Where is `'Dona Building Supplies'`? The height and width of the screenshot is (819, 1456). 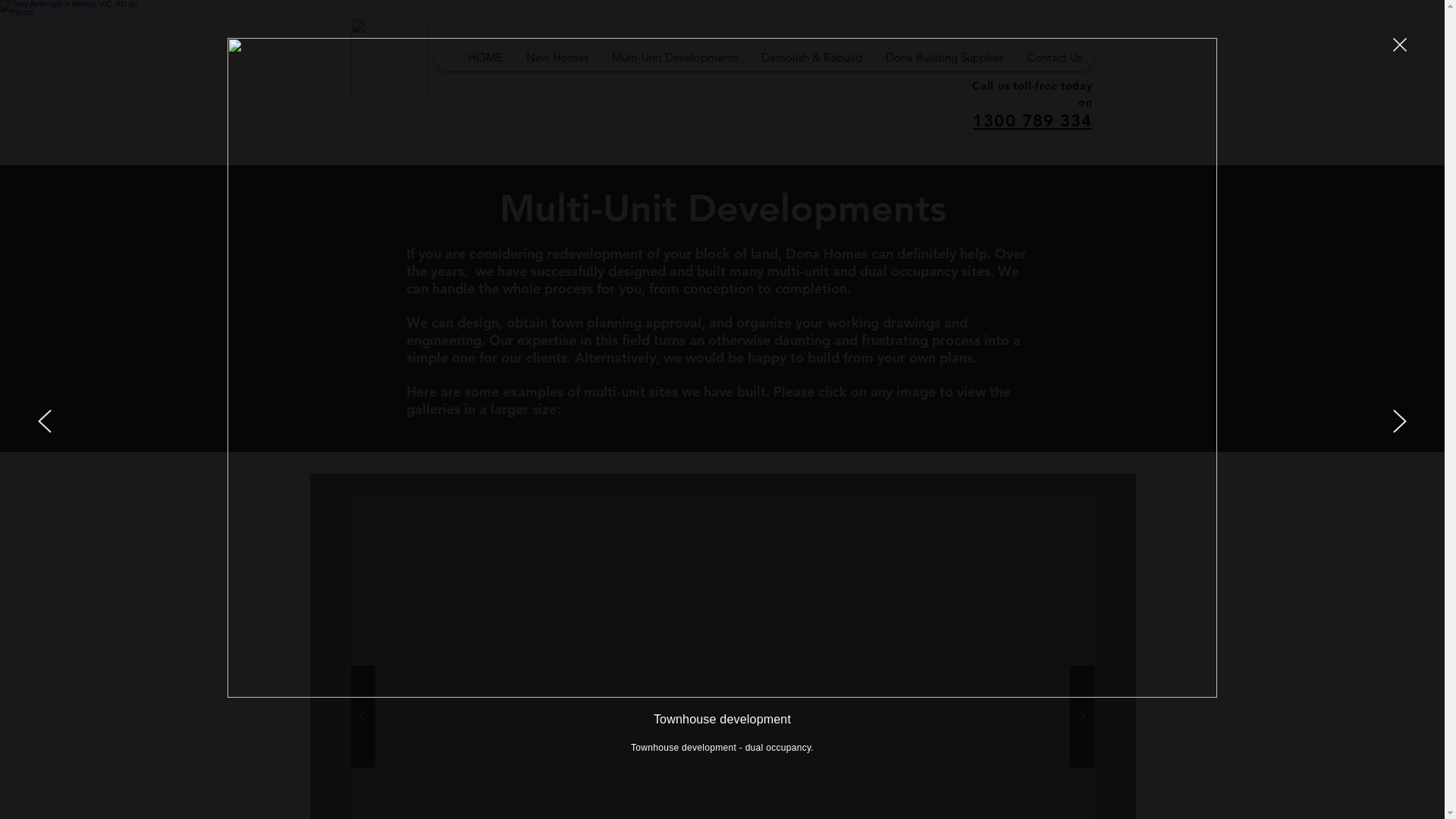
'Dona Building Supplies' is located at coordinates (943, 57).